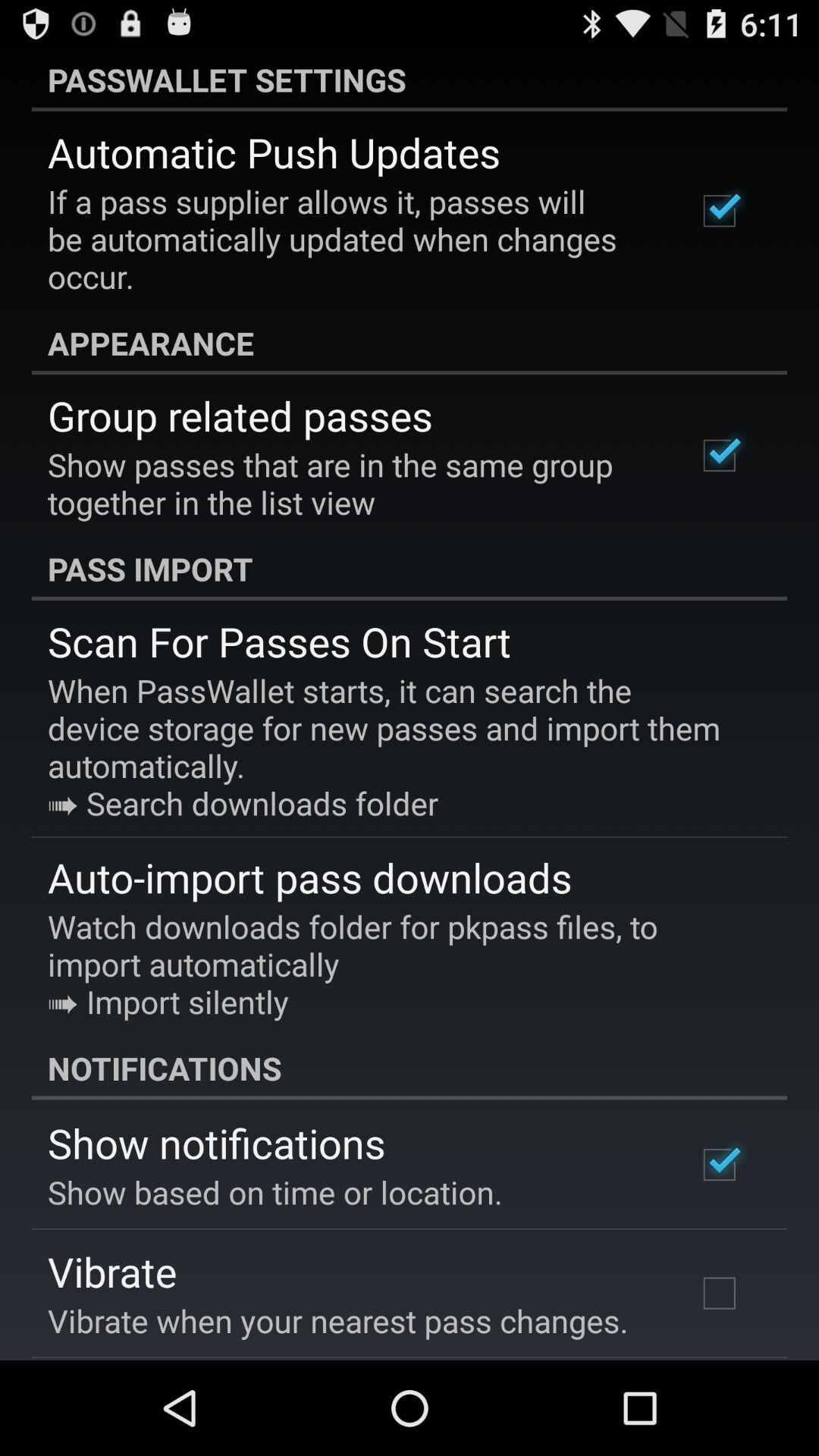  I want to click on item above the appearance, so click(351, 238).